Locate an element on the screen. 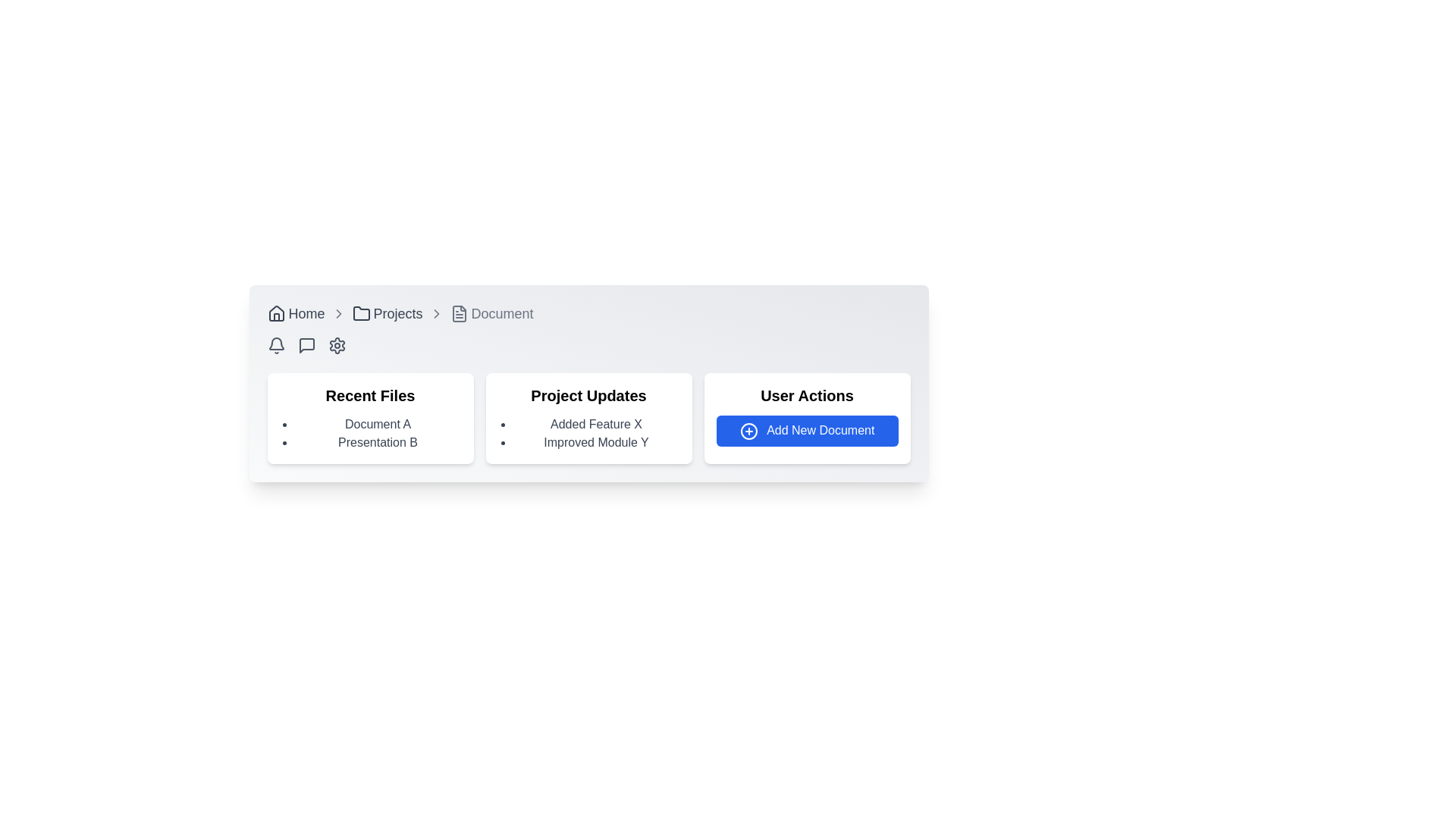 This screenshot has width=1456, height=819. the folder icon located in the breadcrumb navigation bar, positioned between the 'Projects' and 'Document' links is located at coordinates (360, 312).